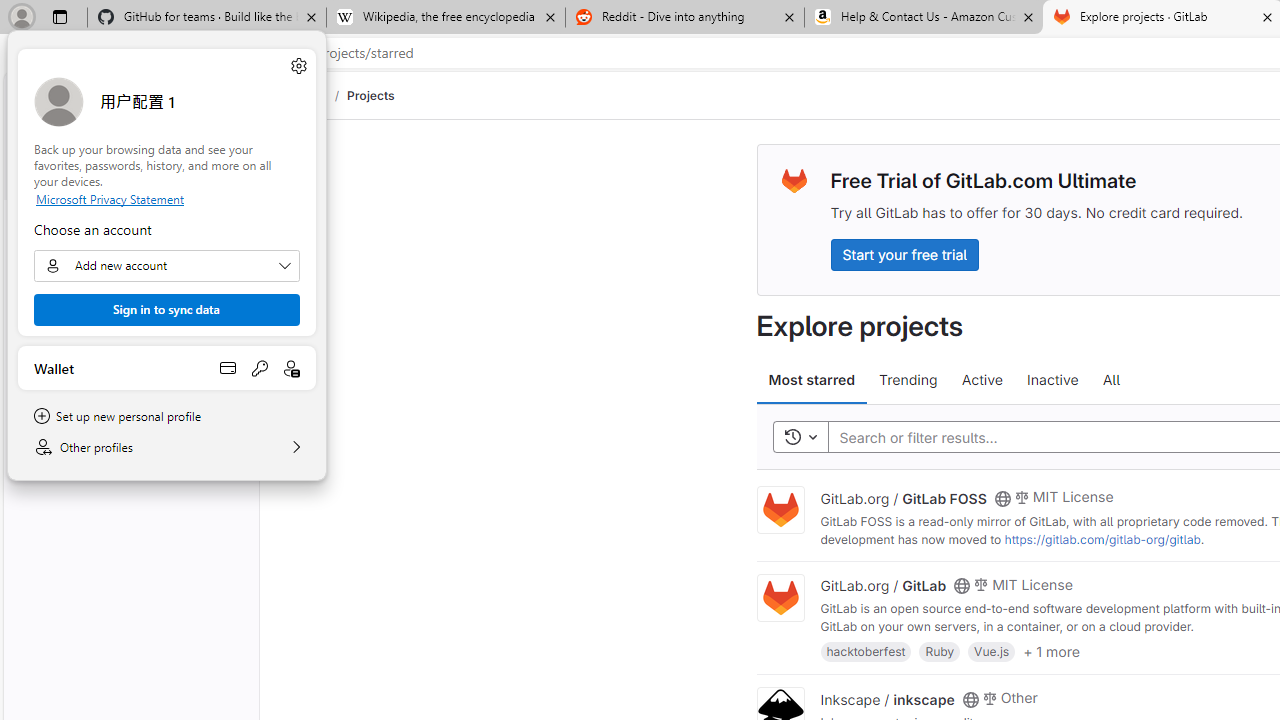  Describe the element at coordinates (992, 651) in the screenshot. I see `'Vue.js'` at that location.